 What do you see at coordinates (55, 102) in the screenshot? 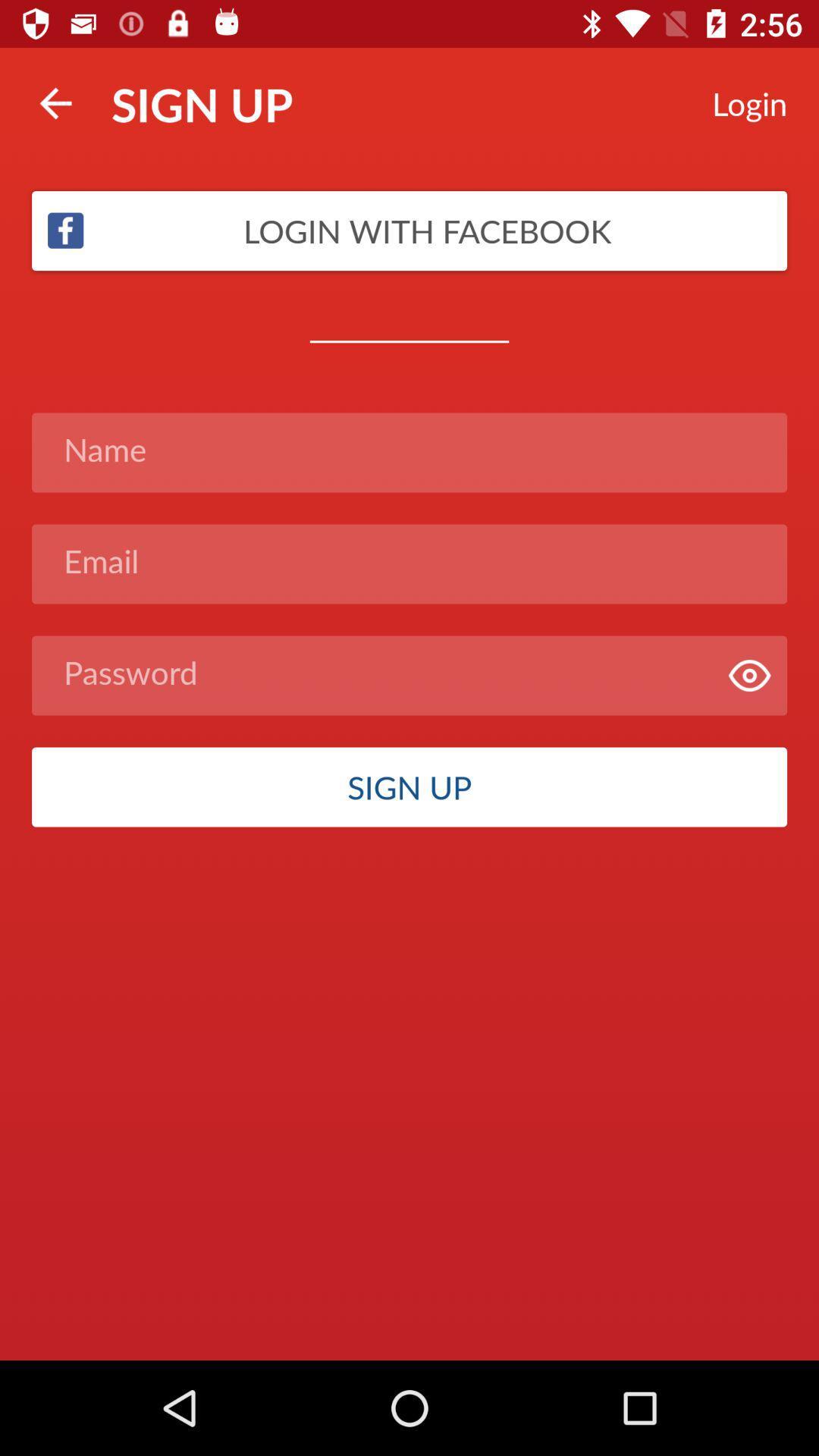
I see `the icon above login with facebook item` at bounding box center [55, 102].